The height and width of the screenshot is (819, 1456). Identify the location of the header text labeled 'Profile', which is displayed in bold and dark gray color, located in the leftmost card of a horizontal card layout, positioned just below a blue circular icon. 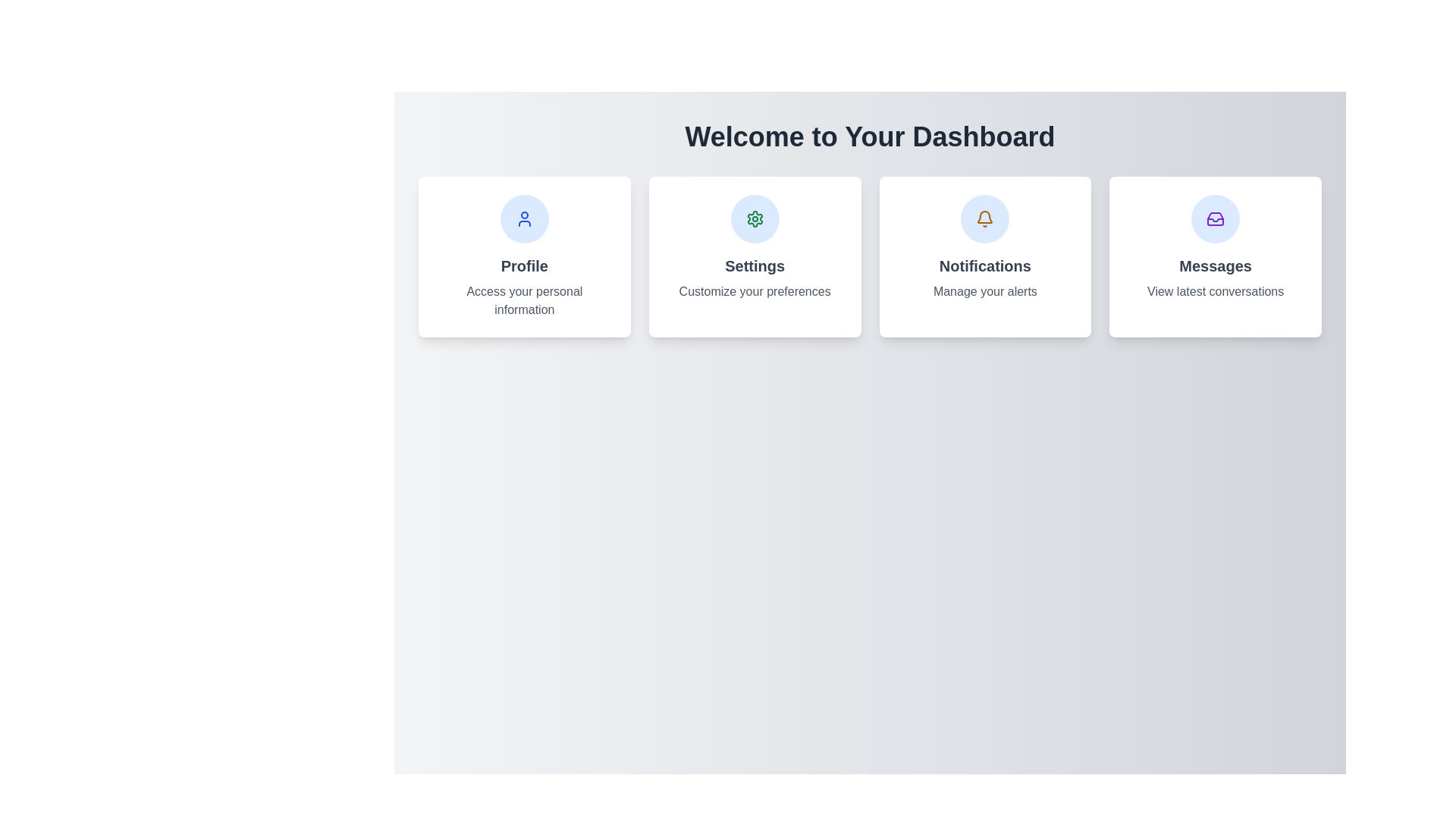
(524, 265).